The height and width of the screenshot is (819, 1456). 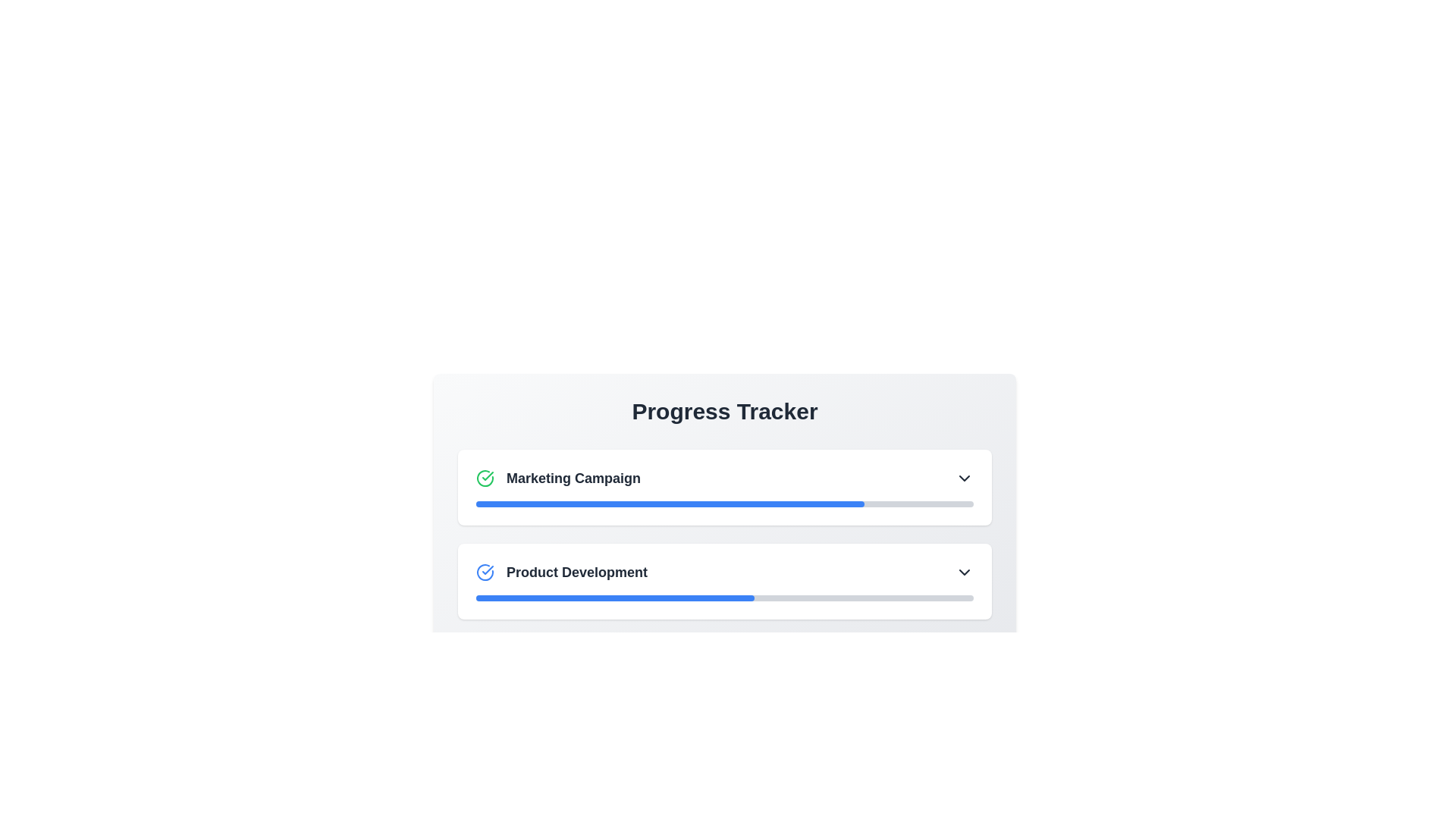 I want to click on the selectable list item representing 'Product Development' in the progress tracker, so click(x=723, y=573).